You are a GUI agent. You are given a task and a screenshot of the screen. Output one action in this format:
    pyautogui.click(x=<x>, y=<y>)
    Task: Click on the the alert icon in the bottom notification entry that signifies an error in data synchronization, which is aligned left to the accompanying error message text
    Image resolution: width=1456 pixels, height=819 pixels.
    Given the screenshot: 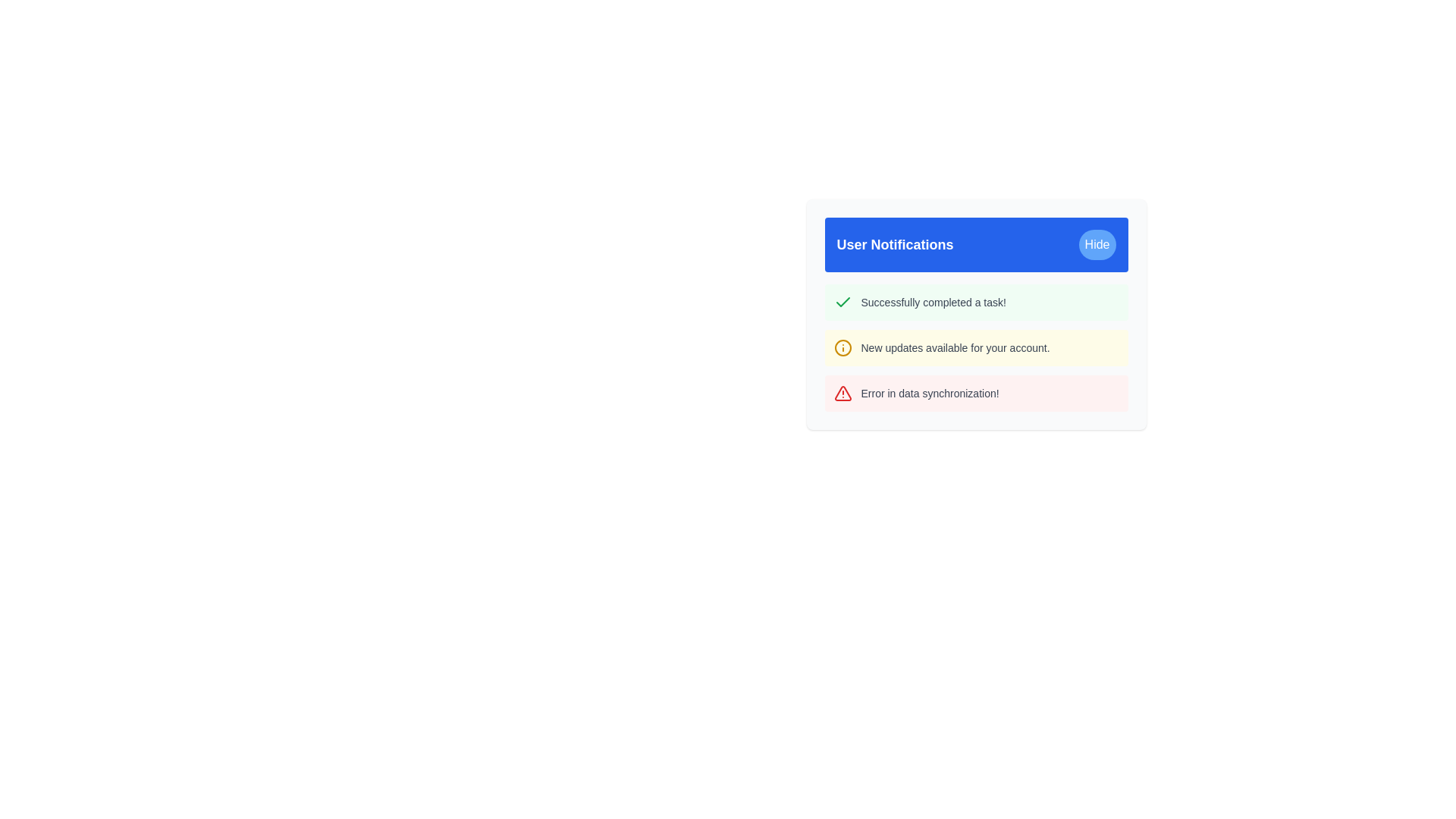 What is the action you would take?
    pyautogui.click(x=842, y=392)
    